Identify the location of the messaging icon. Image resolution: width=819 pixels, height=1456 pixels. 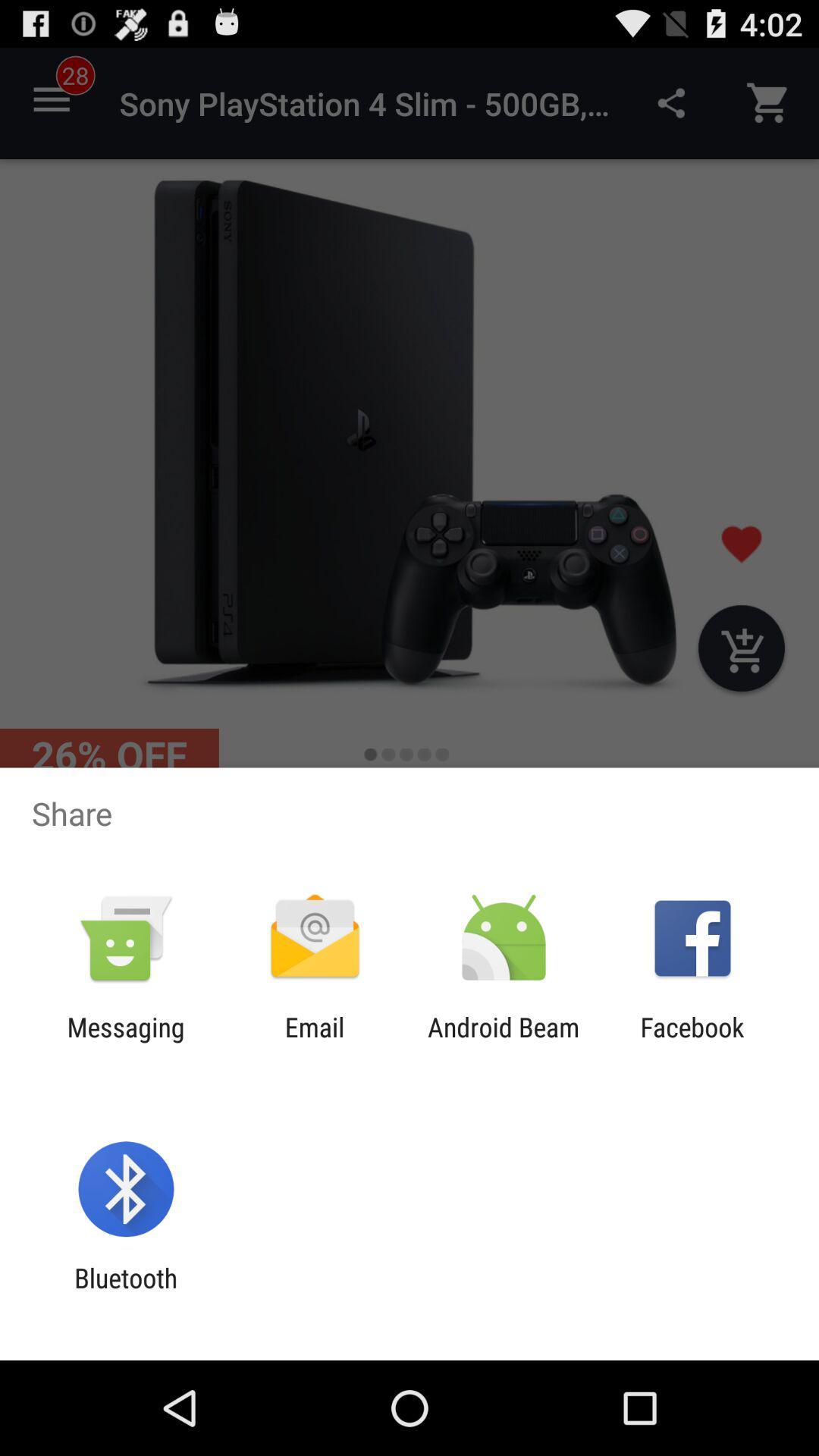
(125, 1042).